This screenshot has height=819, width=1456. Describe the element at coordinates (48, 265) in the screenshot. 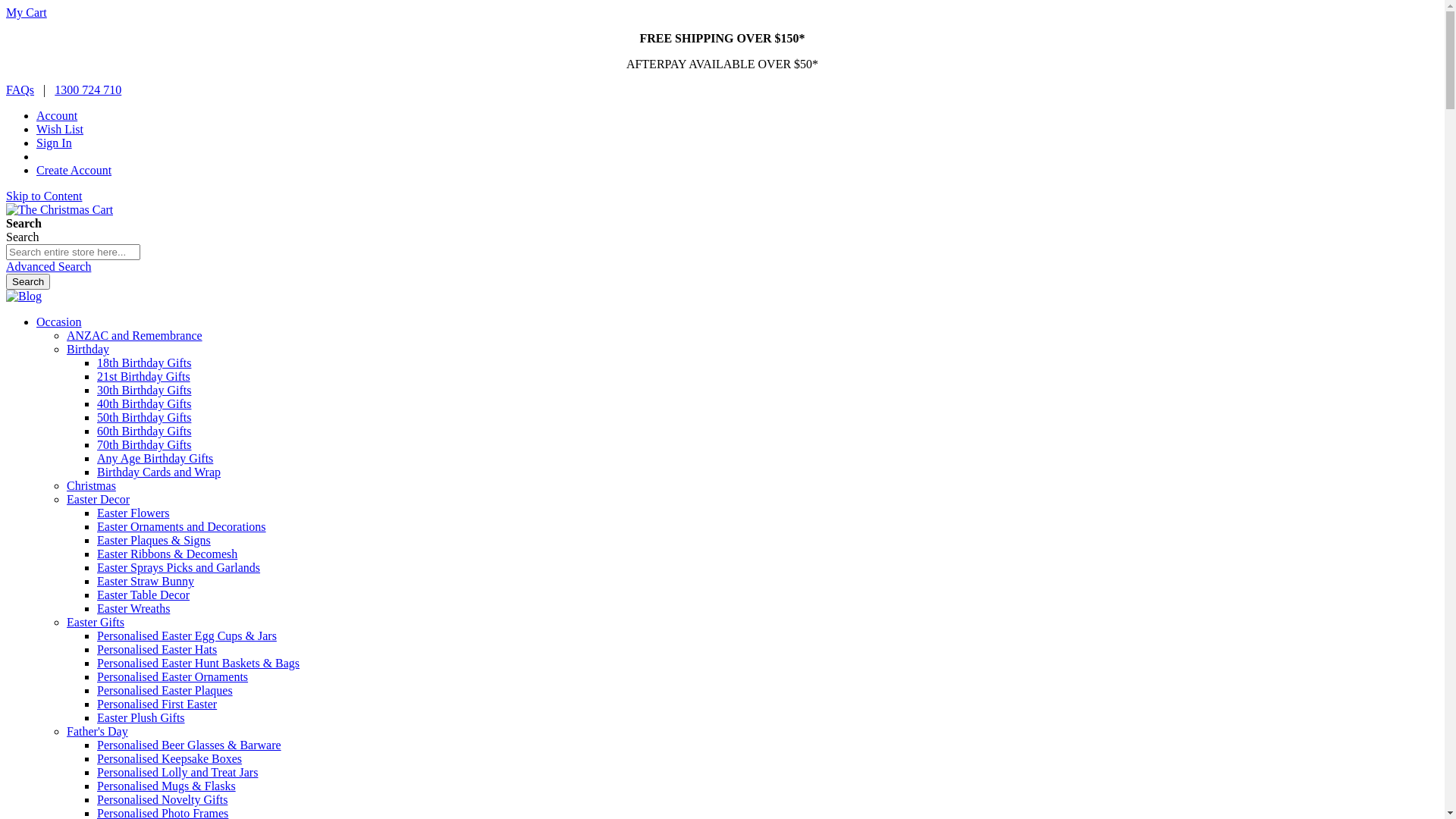

I see `'Advanced Search'` at that location.